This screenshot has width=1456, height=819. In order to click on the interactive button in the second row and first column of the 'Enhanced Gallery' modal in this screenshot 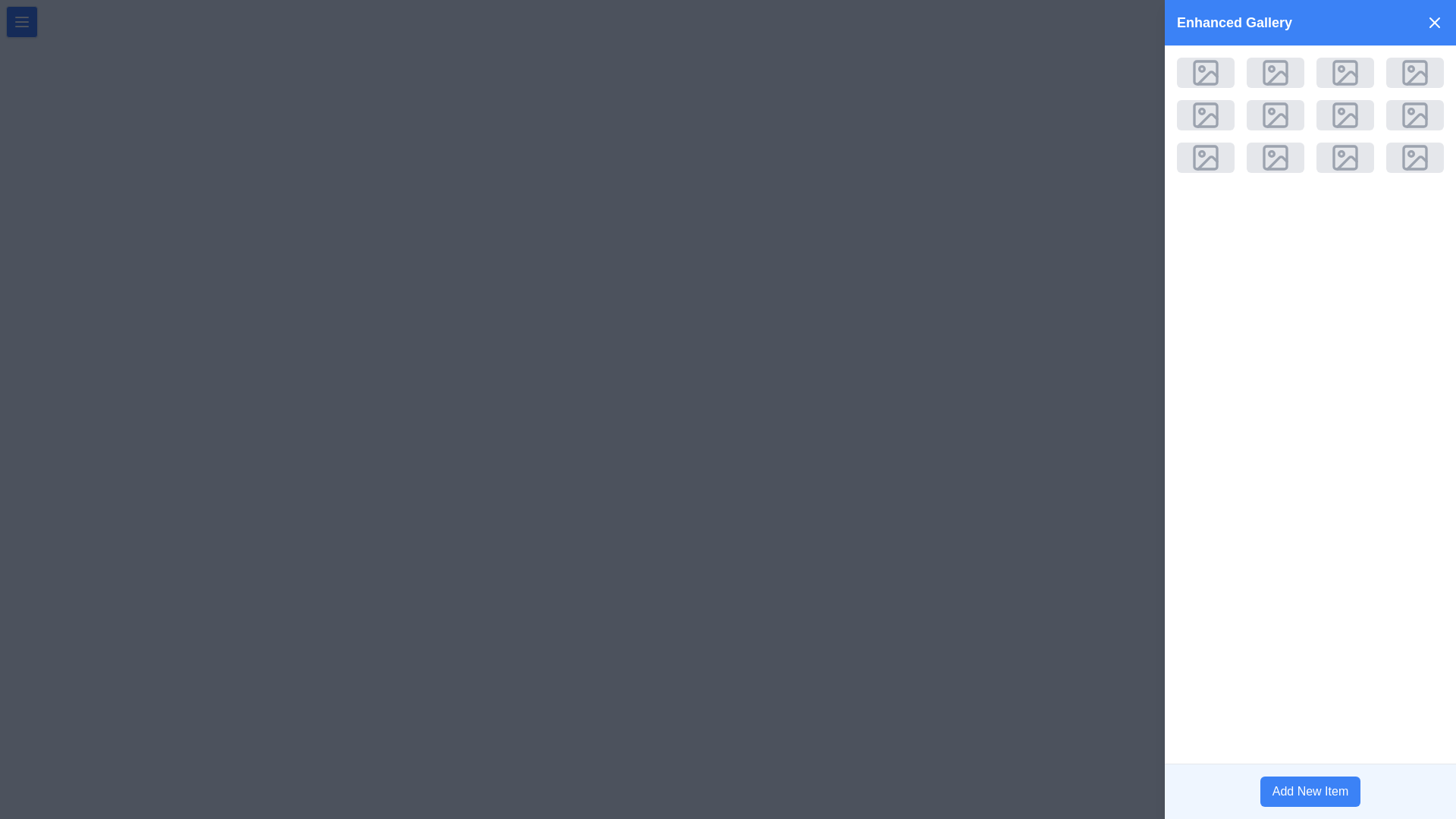, I will do `click(1204, 114)`.